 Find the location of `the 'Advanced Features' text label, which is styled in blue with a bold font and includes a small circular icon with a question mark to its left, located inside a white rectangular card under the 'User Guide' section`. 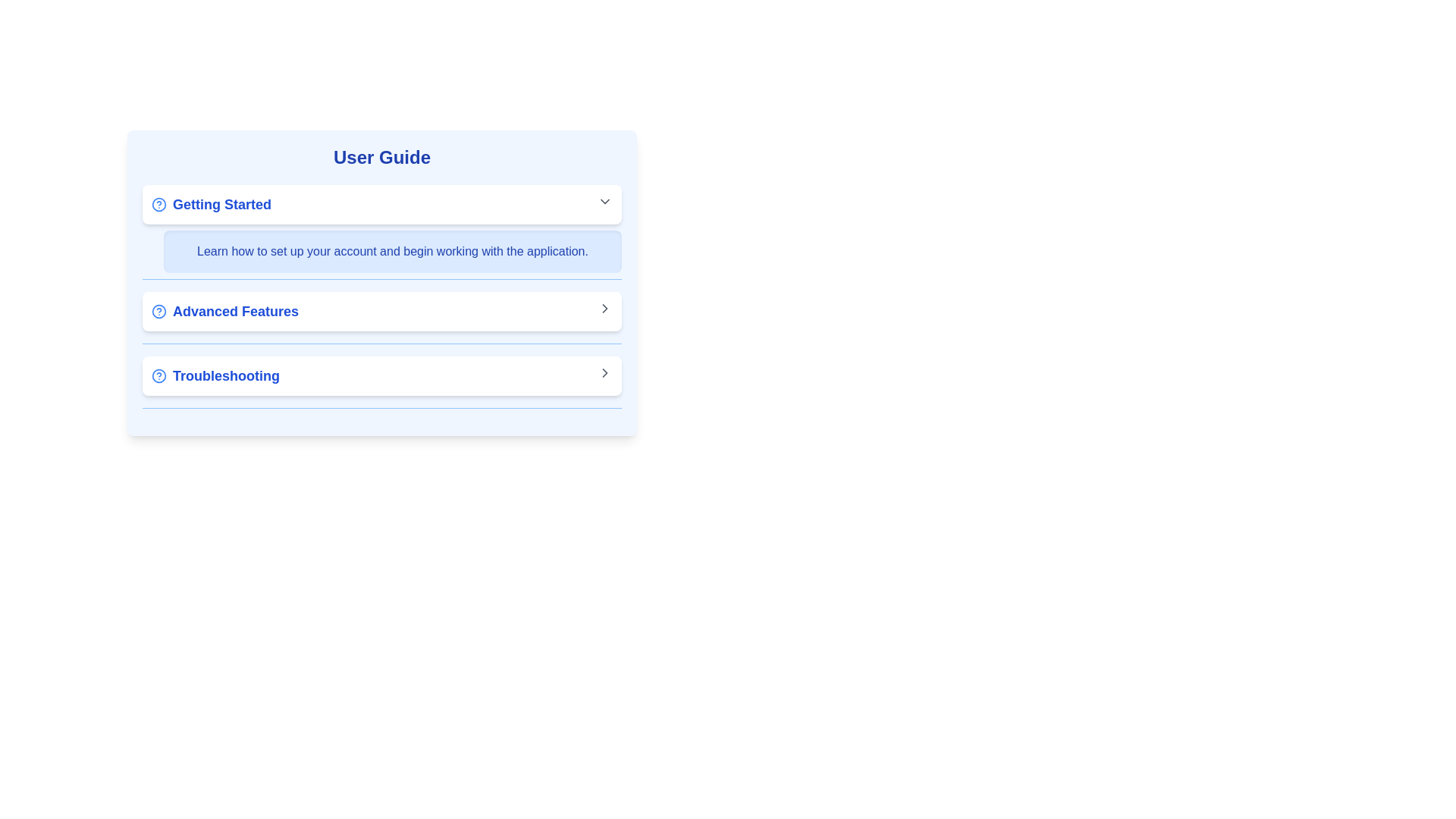

the 'Advanced Features' text label, which is styled in blue with a bold font and includes a small circular icon with a question mark to its left, located inside a white rectangular card under the 'User Guide' section is located at coordinates (224, 311).